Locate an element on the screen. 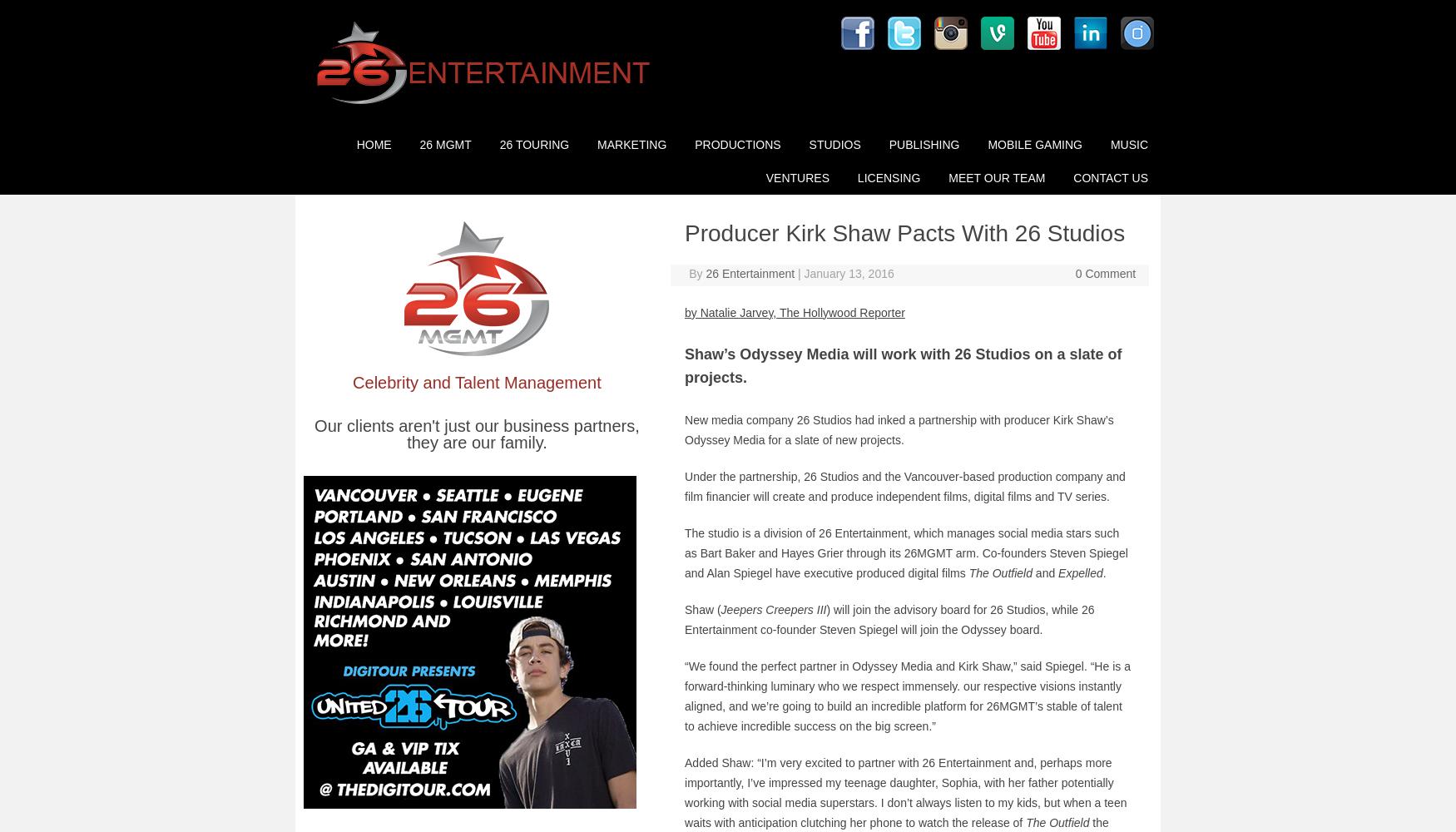 Image resolution: width=1456 pixels, height=832 pixels. 'Ventures' is located at coordinates (796, 177).